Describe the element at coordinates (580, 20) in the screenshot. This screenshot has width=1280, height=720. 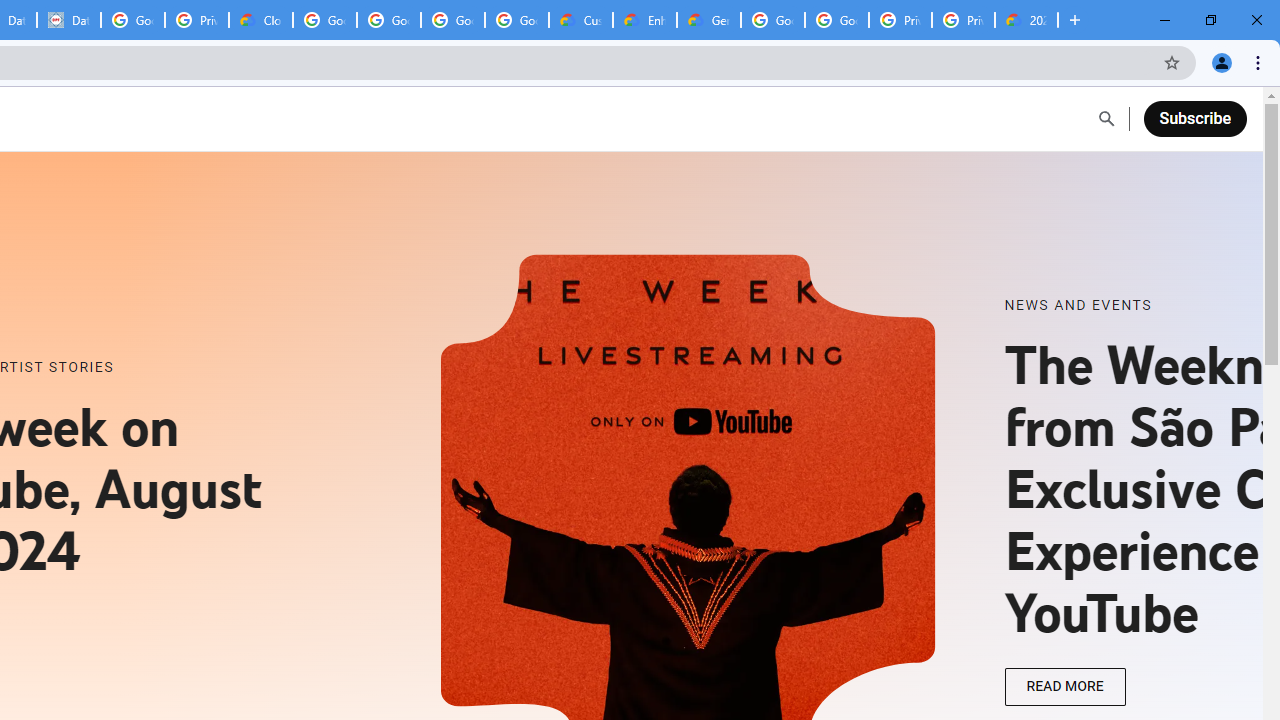
I see `'Customer Care | Google Cloud'` at that location.